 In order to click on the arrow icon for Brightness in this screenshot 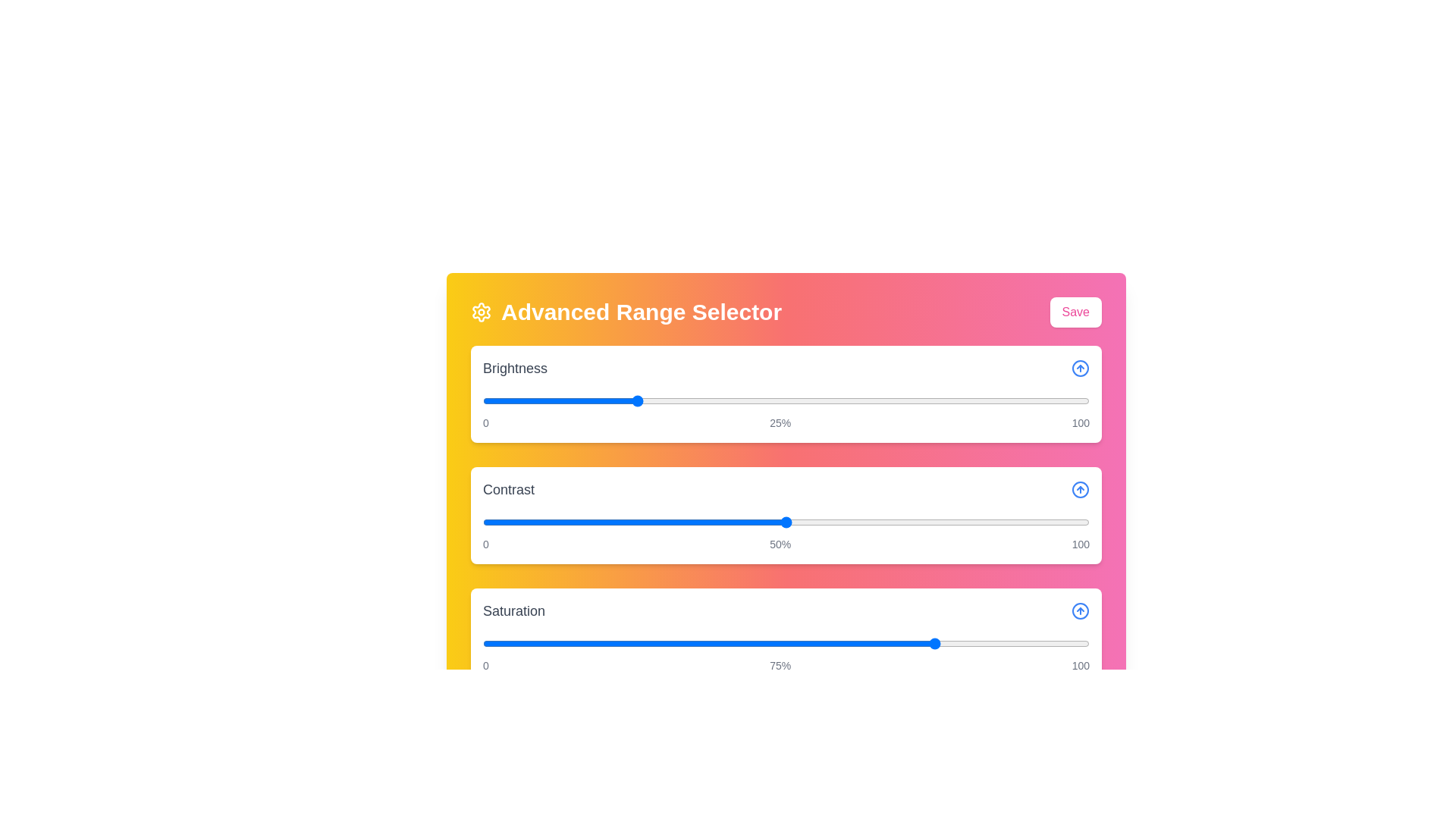, I will do `click(1080, 369)`.